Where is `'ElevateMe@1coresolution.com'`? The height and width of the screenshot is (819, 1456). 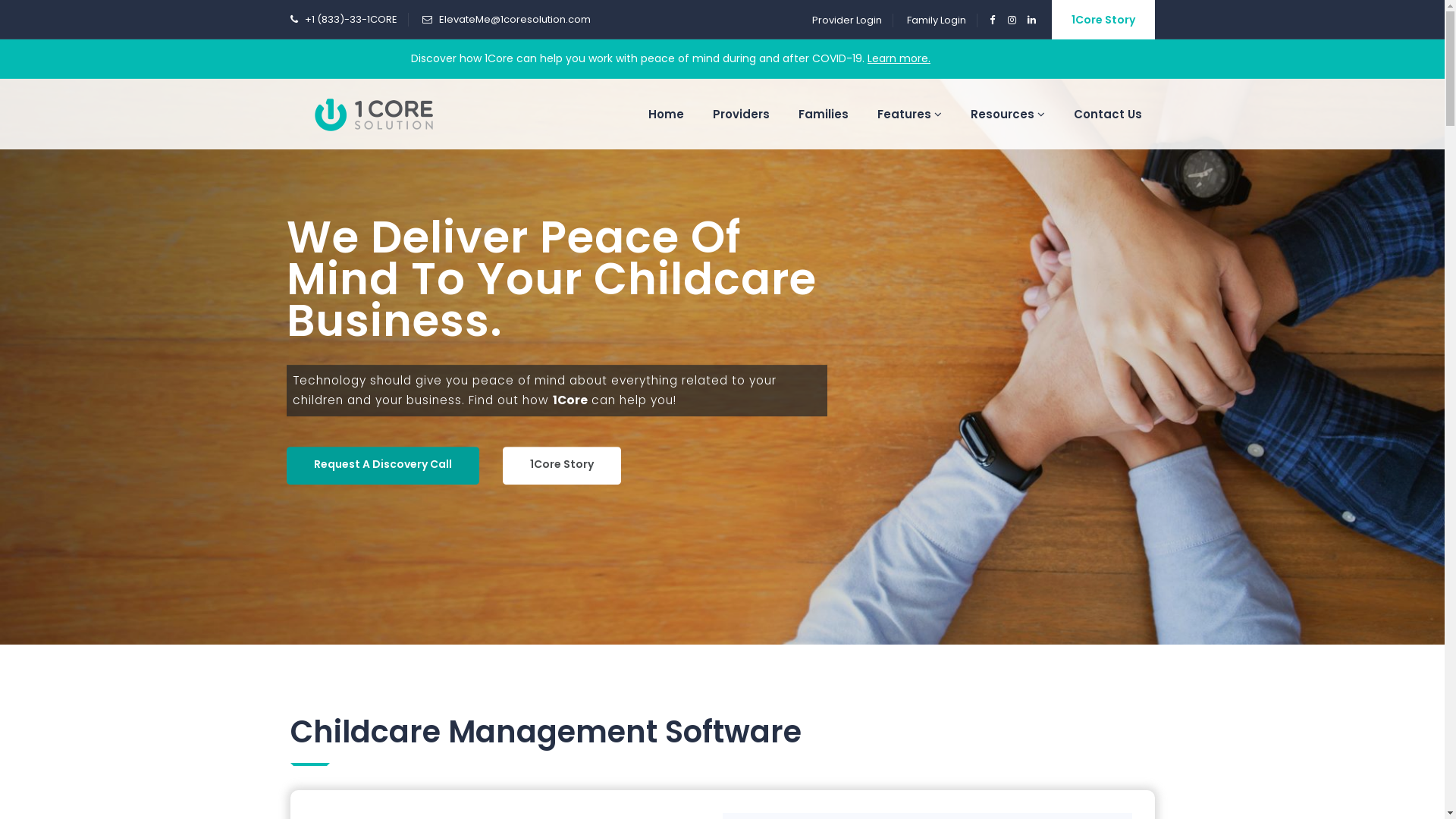 'ElevateMe@1coresolution.com' is located at coordinates (513, 19).